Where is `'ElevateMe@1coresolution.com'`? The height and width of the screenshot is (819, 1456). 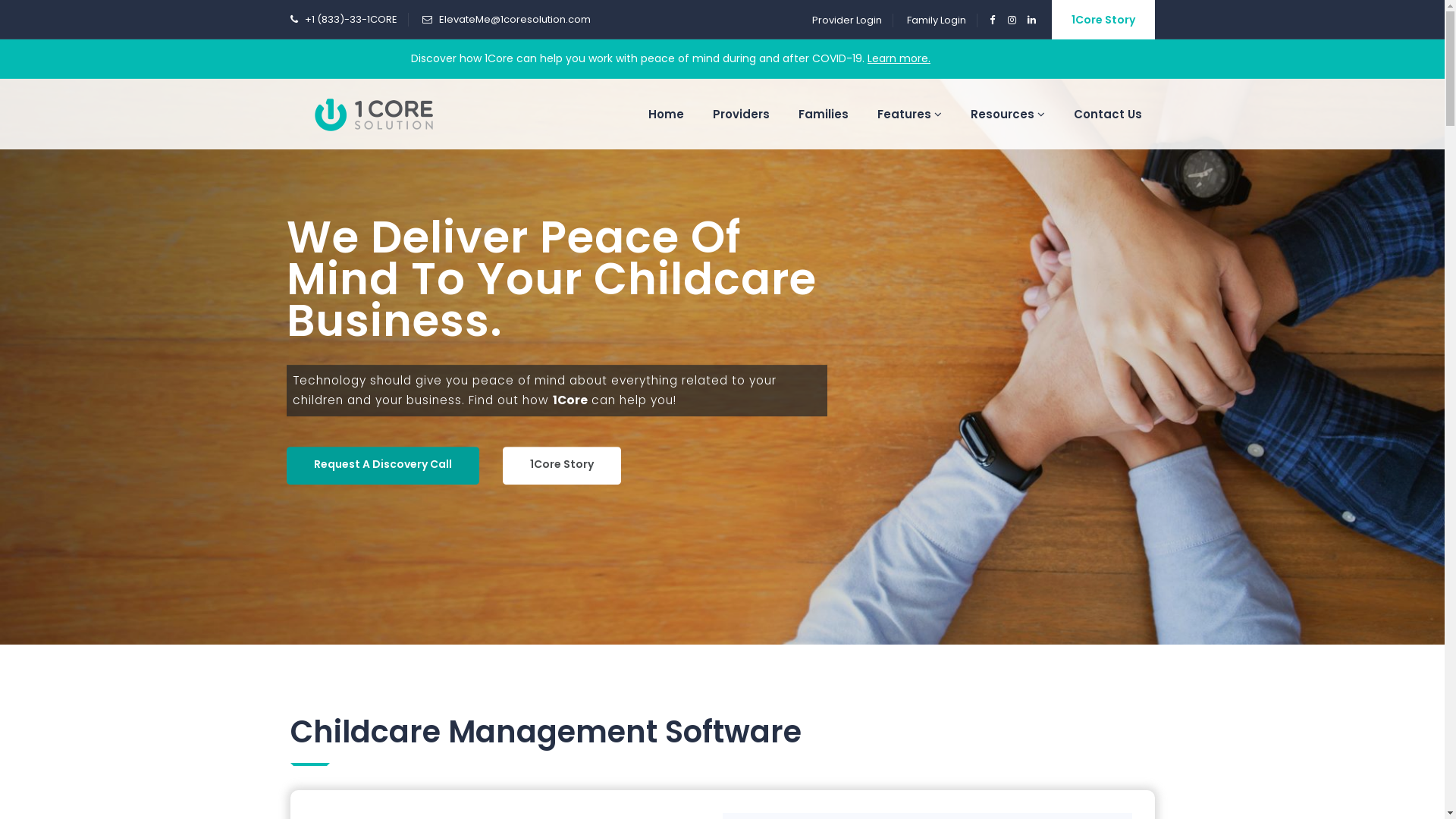 'ElevateMe@1coresolution.com' is located at coordinates (513, 19).